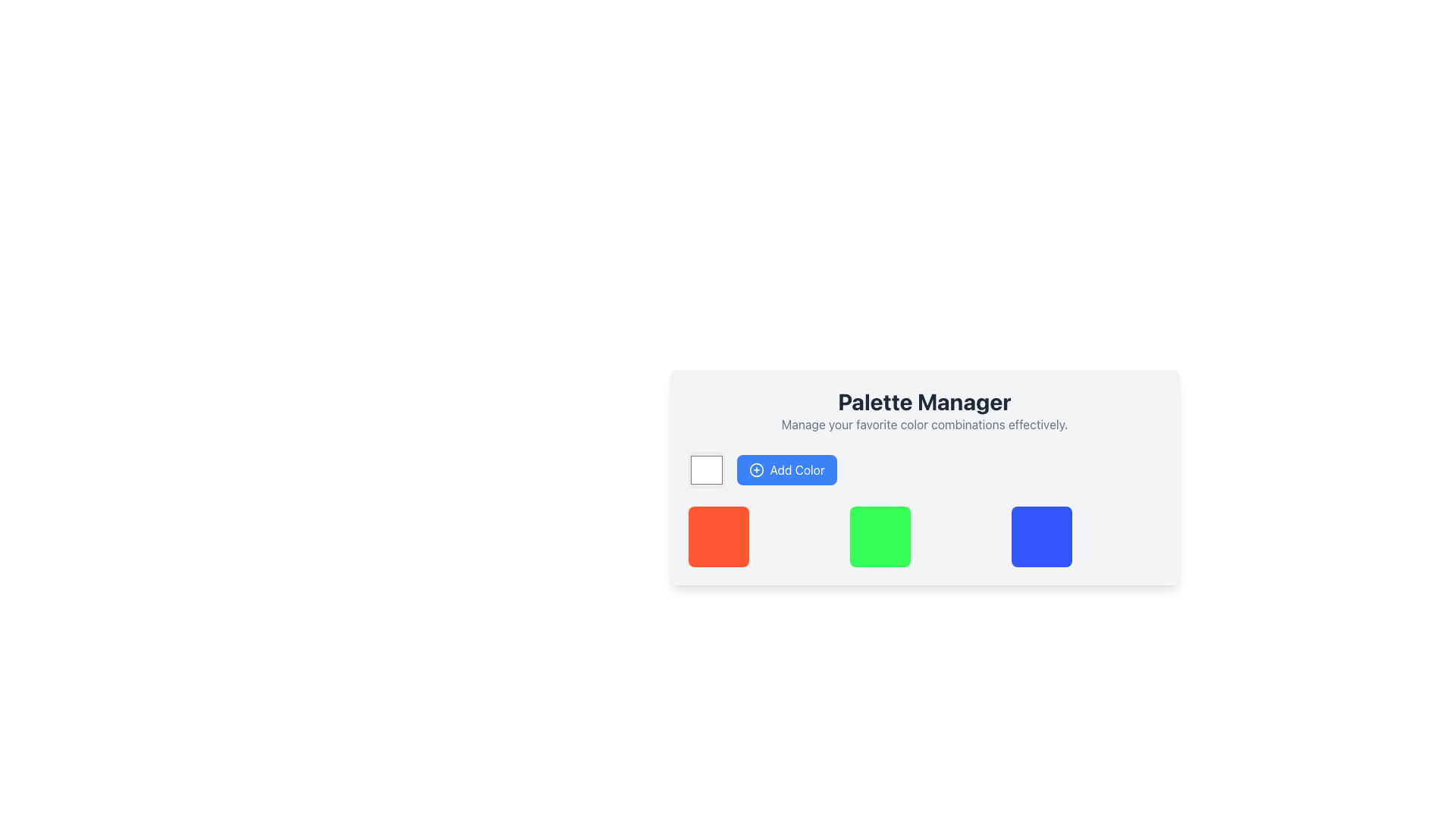 The width and height of the screenshot is (1456, 819). Describe the element at coordinates (924, 424) in the screenshot. I see `the static text element that provides guidance related to the 'Palette Manager' feature, located directly below the 'Palette Manager' title` at that location.